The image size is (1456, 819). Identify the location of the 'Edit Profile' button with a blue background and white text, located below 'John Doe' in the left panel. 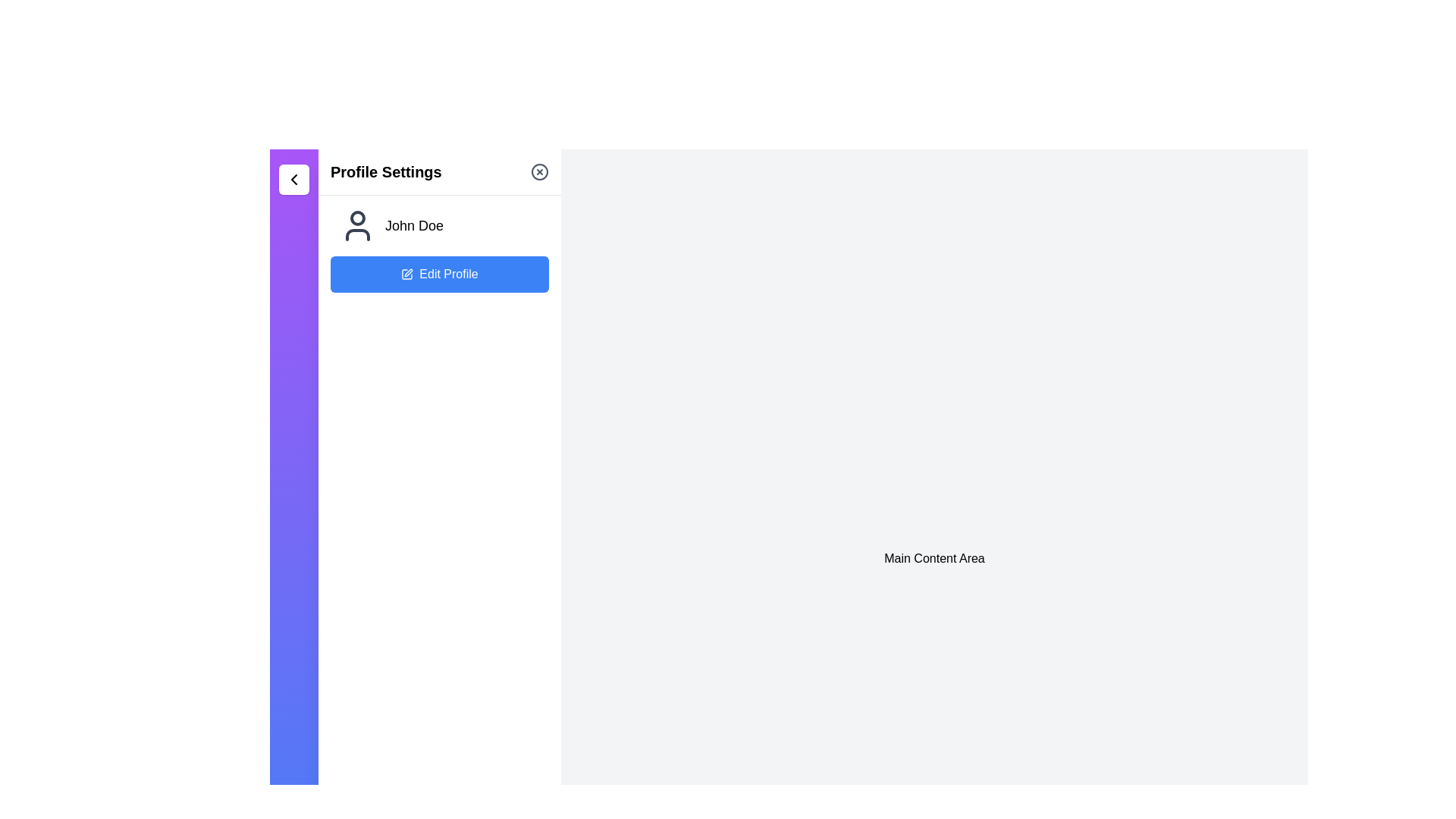
(439, 275).